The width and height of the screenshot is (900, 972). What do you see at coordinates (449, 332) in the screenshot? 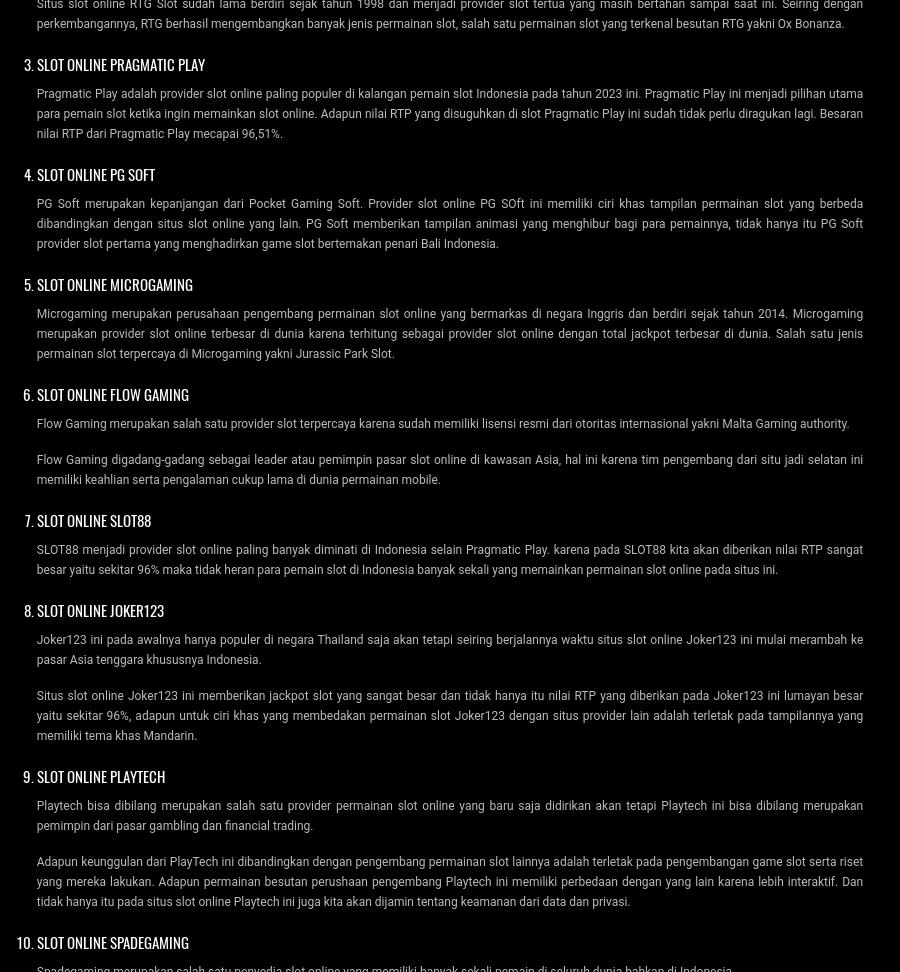
I see `'Microgaming merupakan perusahaan pengembang permainan slot online yang bermarkas di negara Inggris dan berdiri sejak tahun 2014. Microgaming merupakan provider slot online terbesar di dunia karena terhitung sebagai provider slot online dengan total jackpot terbesar di dunia. Salah satu jenis permainan slot terpercaya di Microgaming yakni Jurassic Park Slot.'` at bounding box center [449, 332].